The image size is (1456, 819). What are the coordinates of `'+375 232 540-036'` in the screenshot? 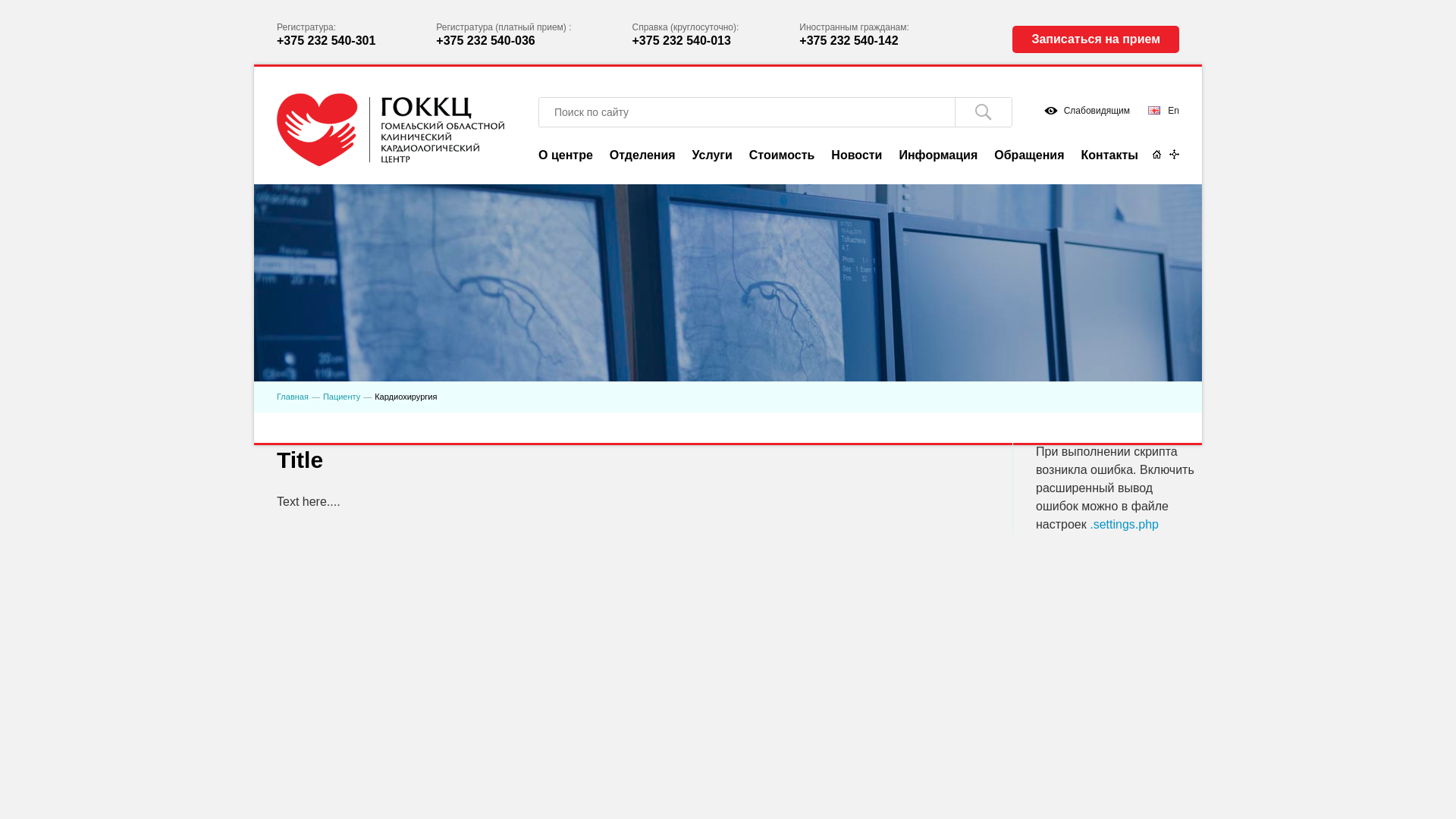 It's located at (435, 39).